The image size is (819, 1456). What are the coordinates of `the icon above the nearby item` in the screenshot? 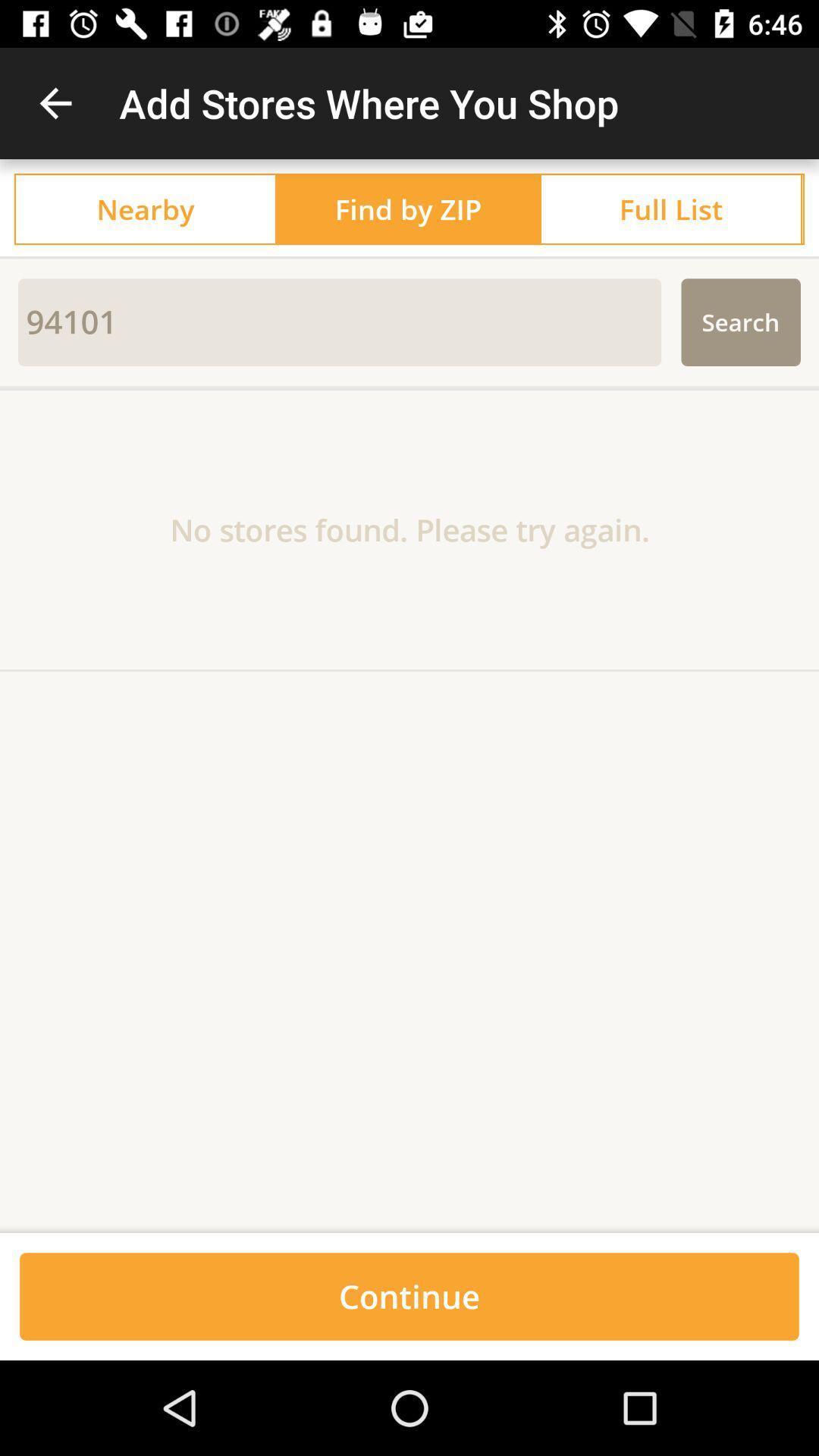 It's located at (55, 102).